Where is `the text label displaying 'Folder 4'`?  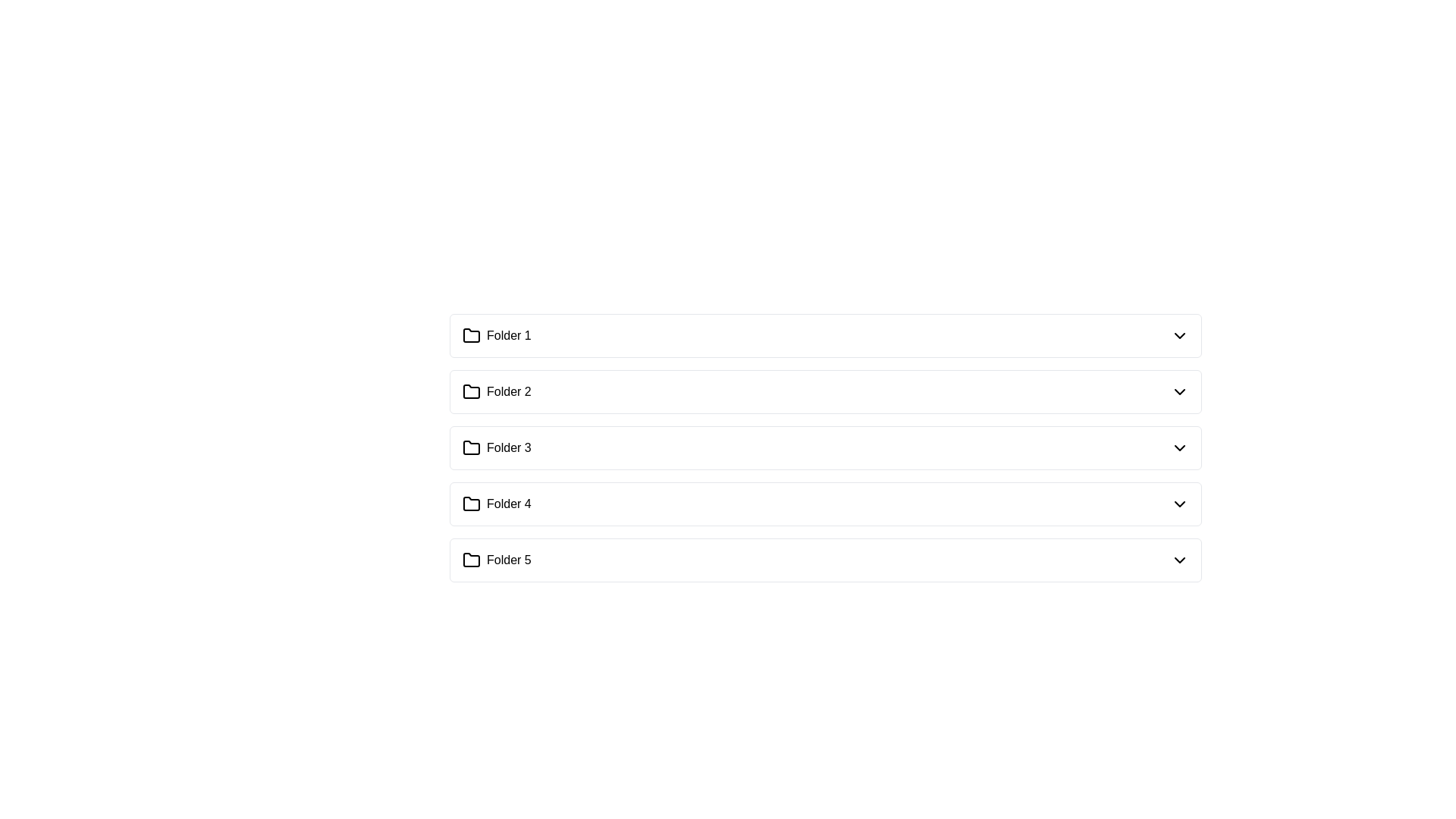
the text label displaying 'Folder 4' is located at coordinates (509, 504).